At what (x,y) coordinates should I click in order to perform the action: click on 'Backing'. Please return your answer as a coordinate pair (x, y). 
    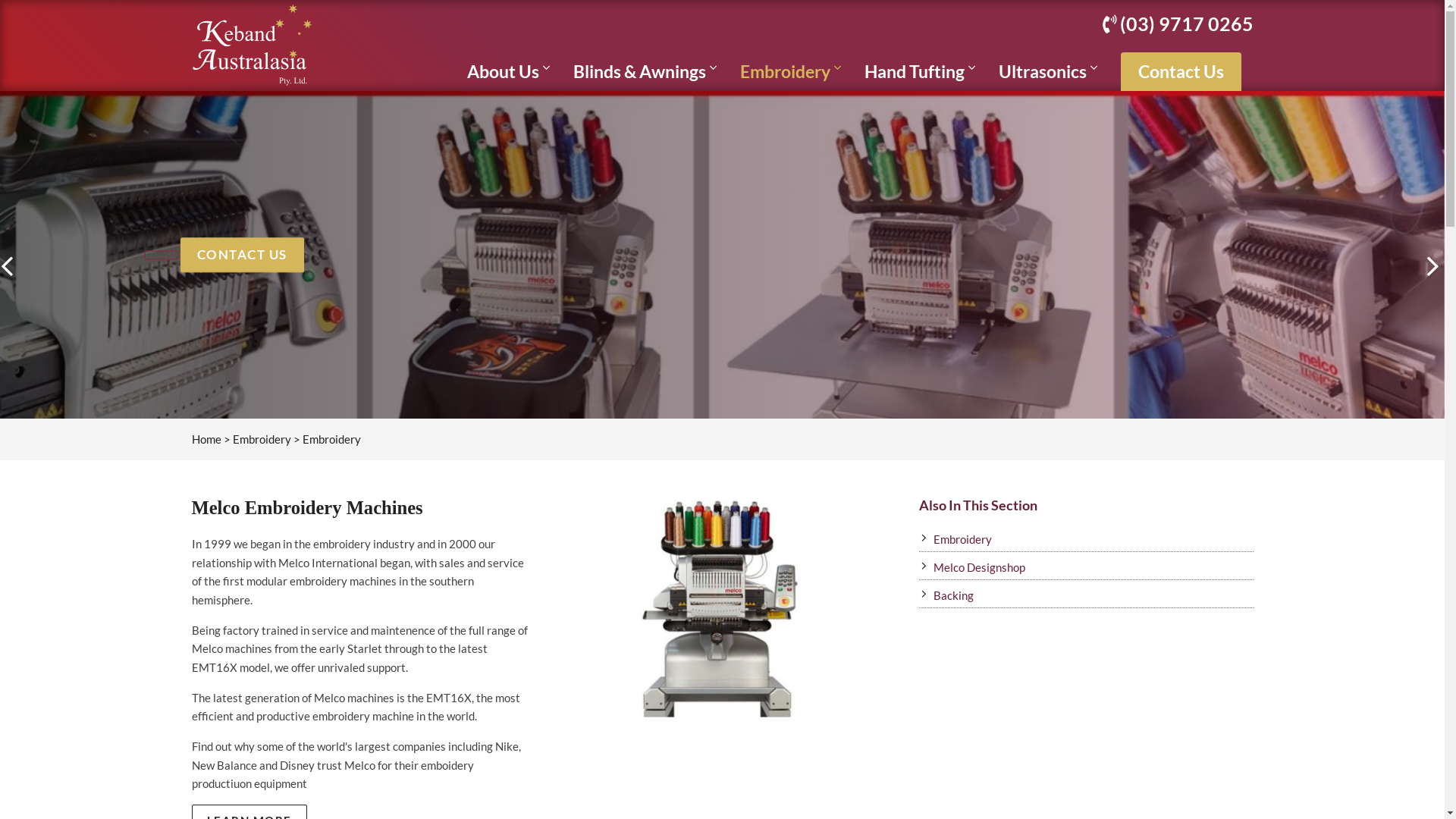
    Looking at the image, I should click on (1084, 595).